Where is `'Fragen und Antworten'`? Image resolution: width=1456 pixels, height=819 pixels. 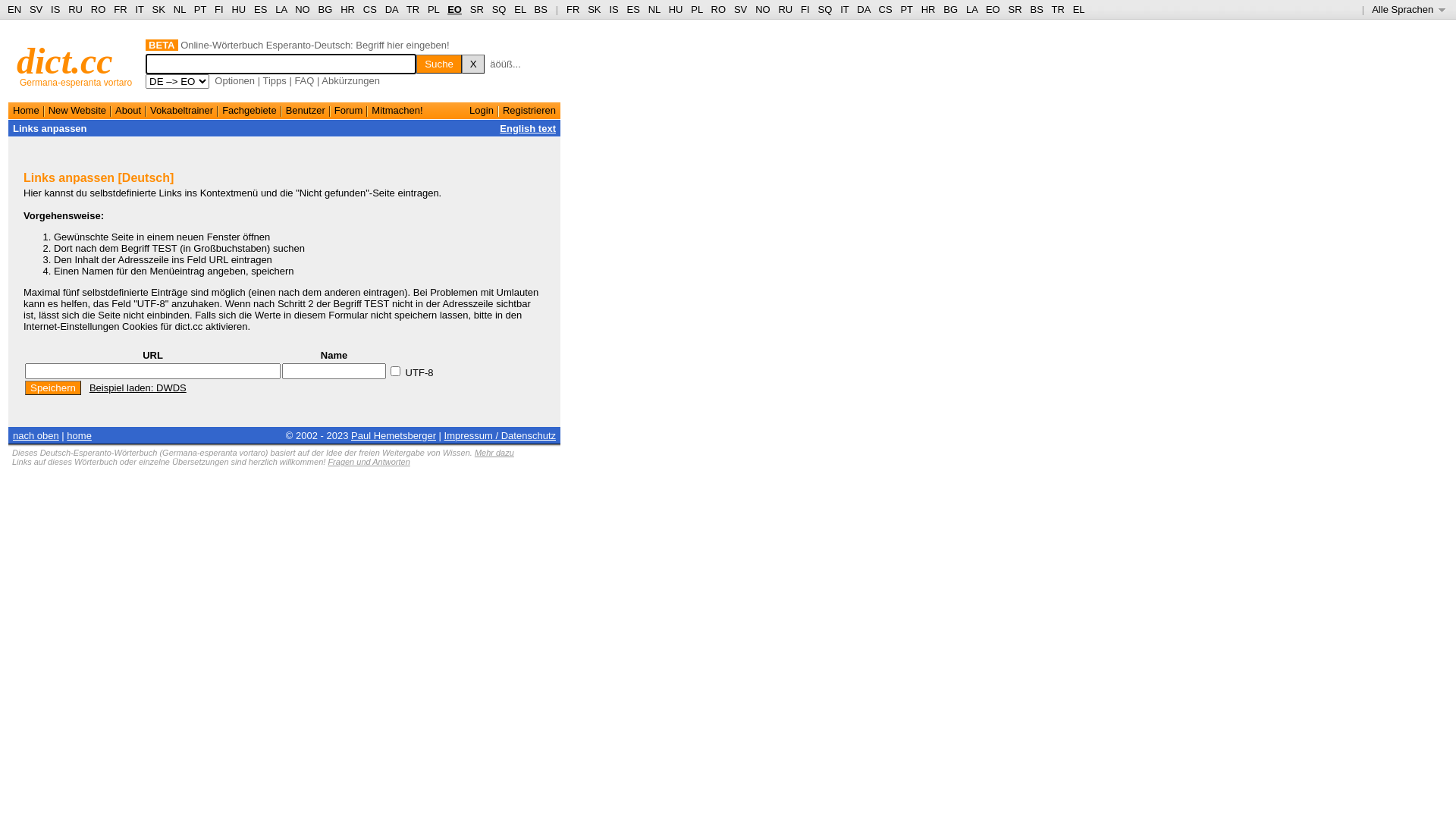 'Fragen und Antworten' is located at coordinates (368, 461).